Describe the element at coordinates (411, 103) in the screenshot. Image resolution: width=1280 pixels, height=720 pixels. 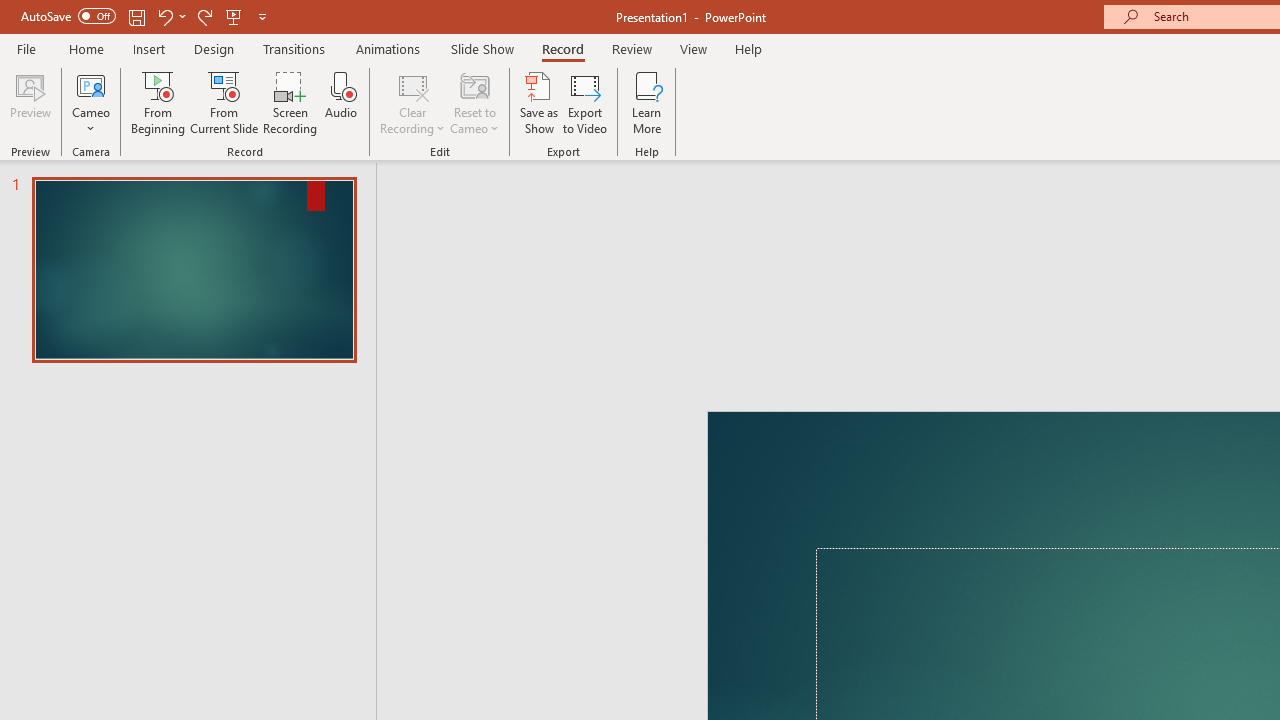
I see `'Clear Recording'` at that location.